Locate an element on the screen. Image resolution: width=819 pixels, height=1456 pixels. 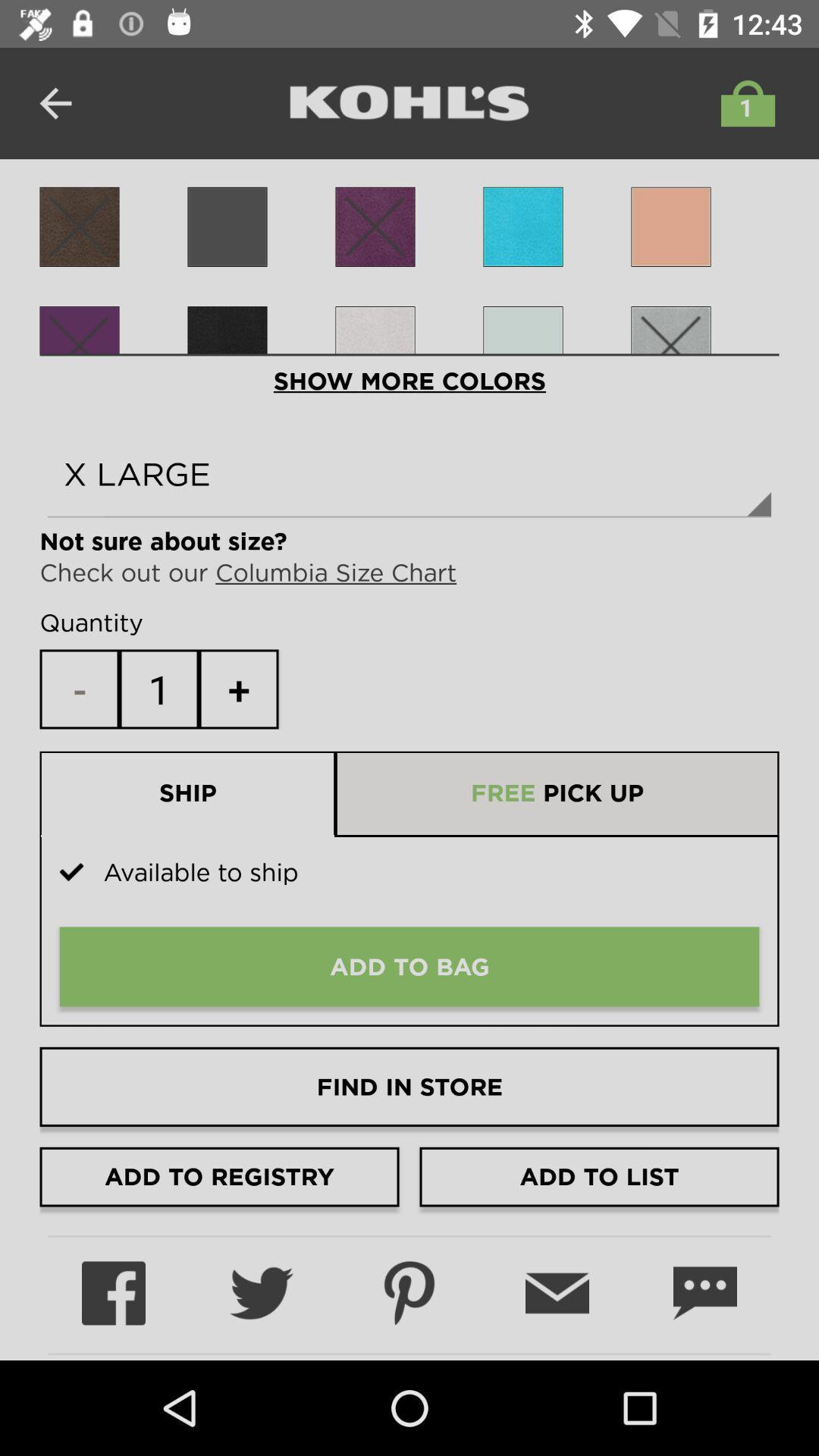
the email icon is located at coordinates (557, 1292).